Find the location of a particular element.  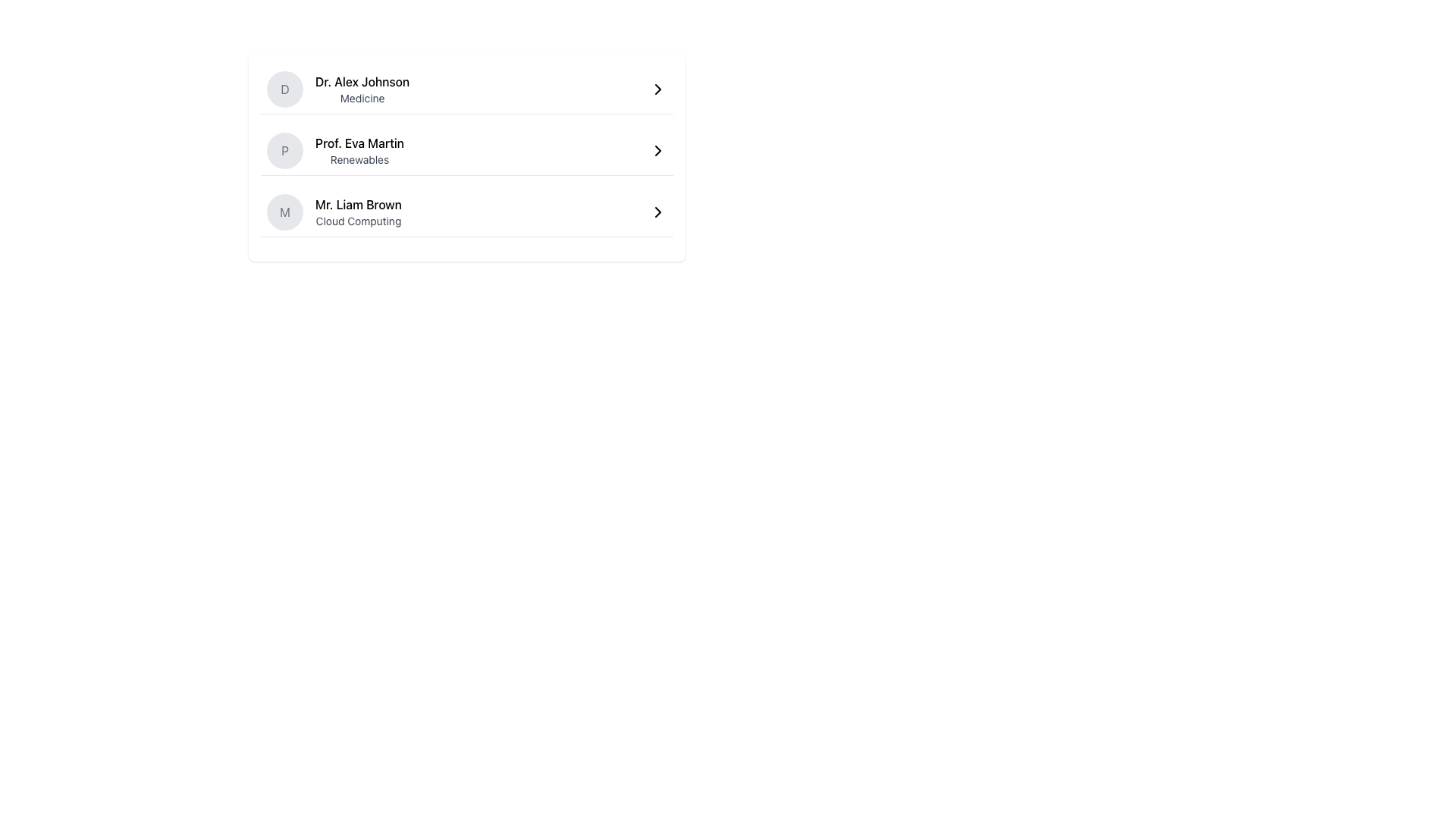

the list entry for 'Dr. Alex Johnson' is located at coordinates (466, 89).